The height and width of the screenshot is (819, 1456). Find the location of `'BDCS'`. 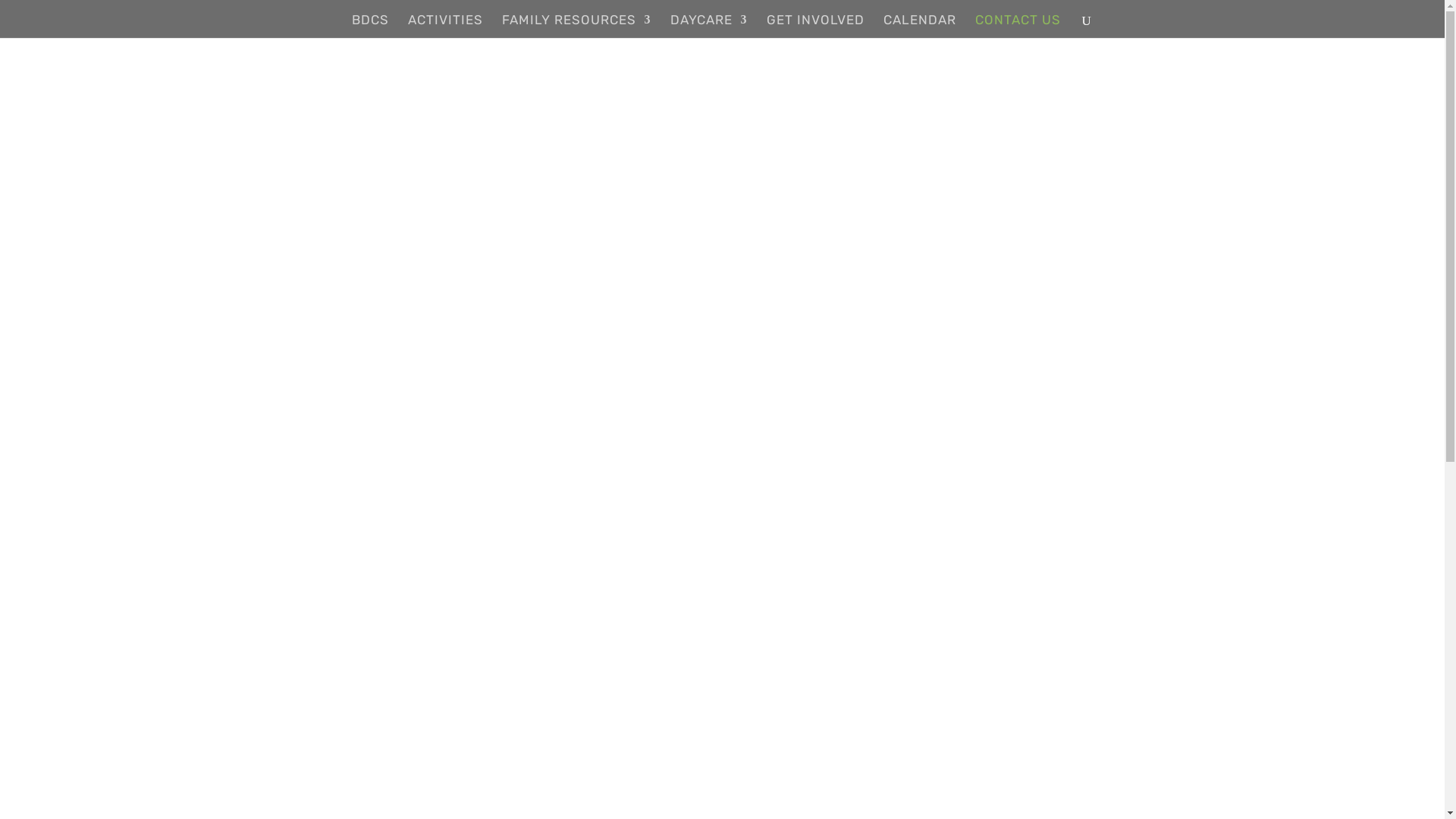

'BDCS' is located at coordinates (370, 26).